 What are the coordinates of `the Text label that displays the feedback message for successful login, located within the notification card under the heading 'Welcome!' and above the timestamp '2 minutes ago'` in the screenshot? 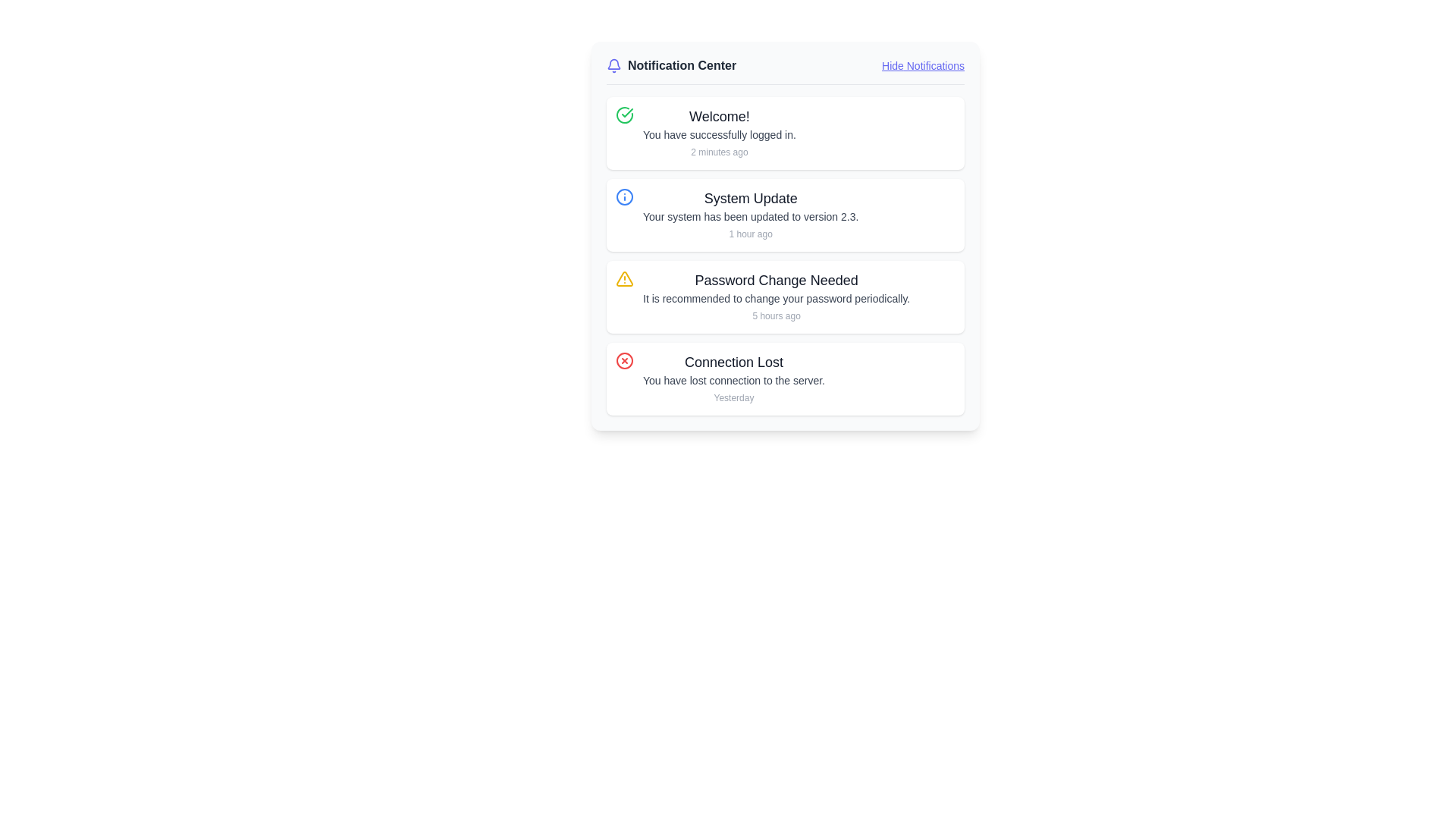 It's located at (718, 133).